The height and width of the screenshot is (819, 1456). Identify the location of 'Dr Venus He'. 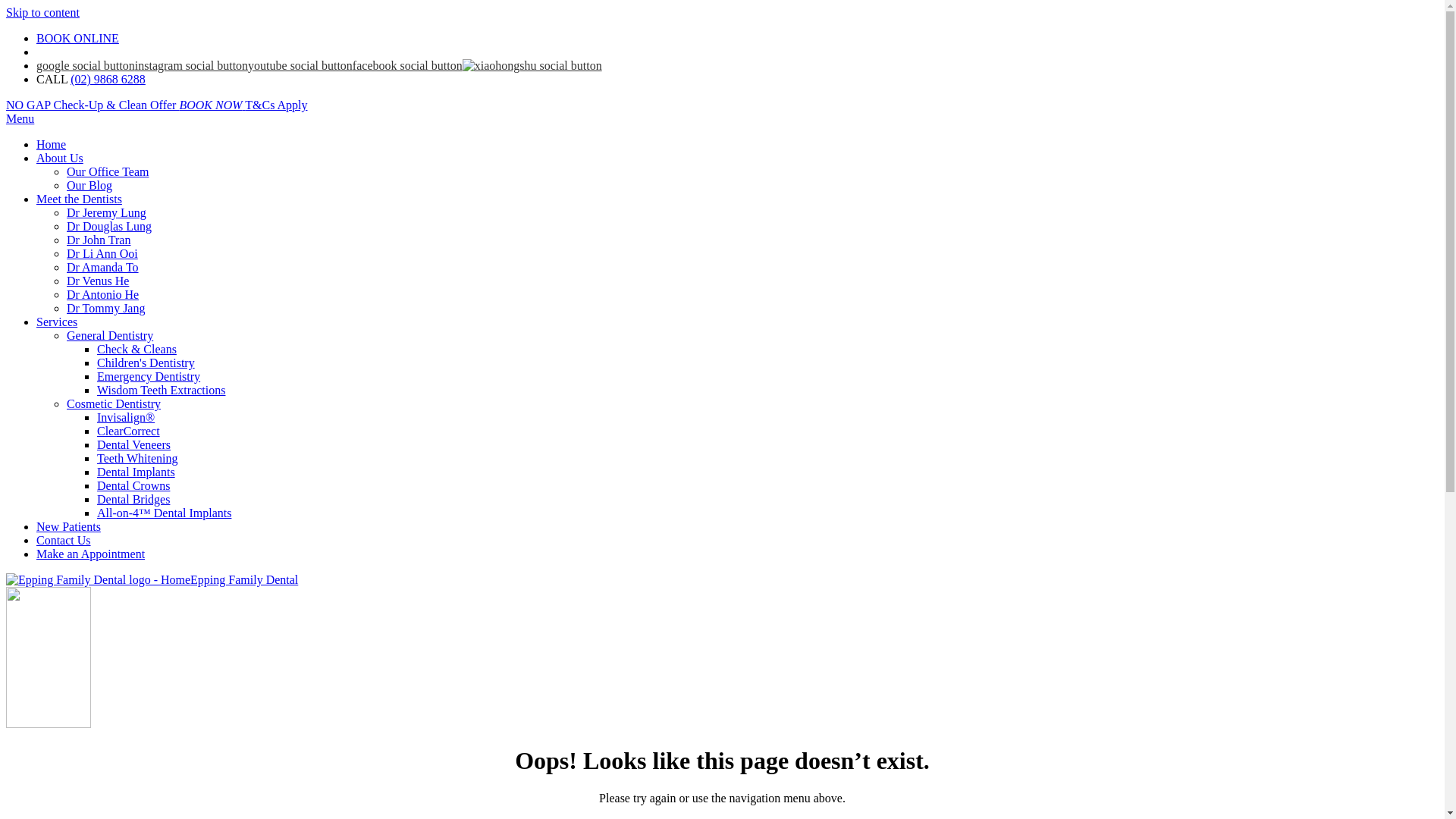
(97, 281).